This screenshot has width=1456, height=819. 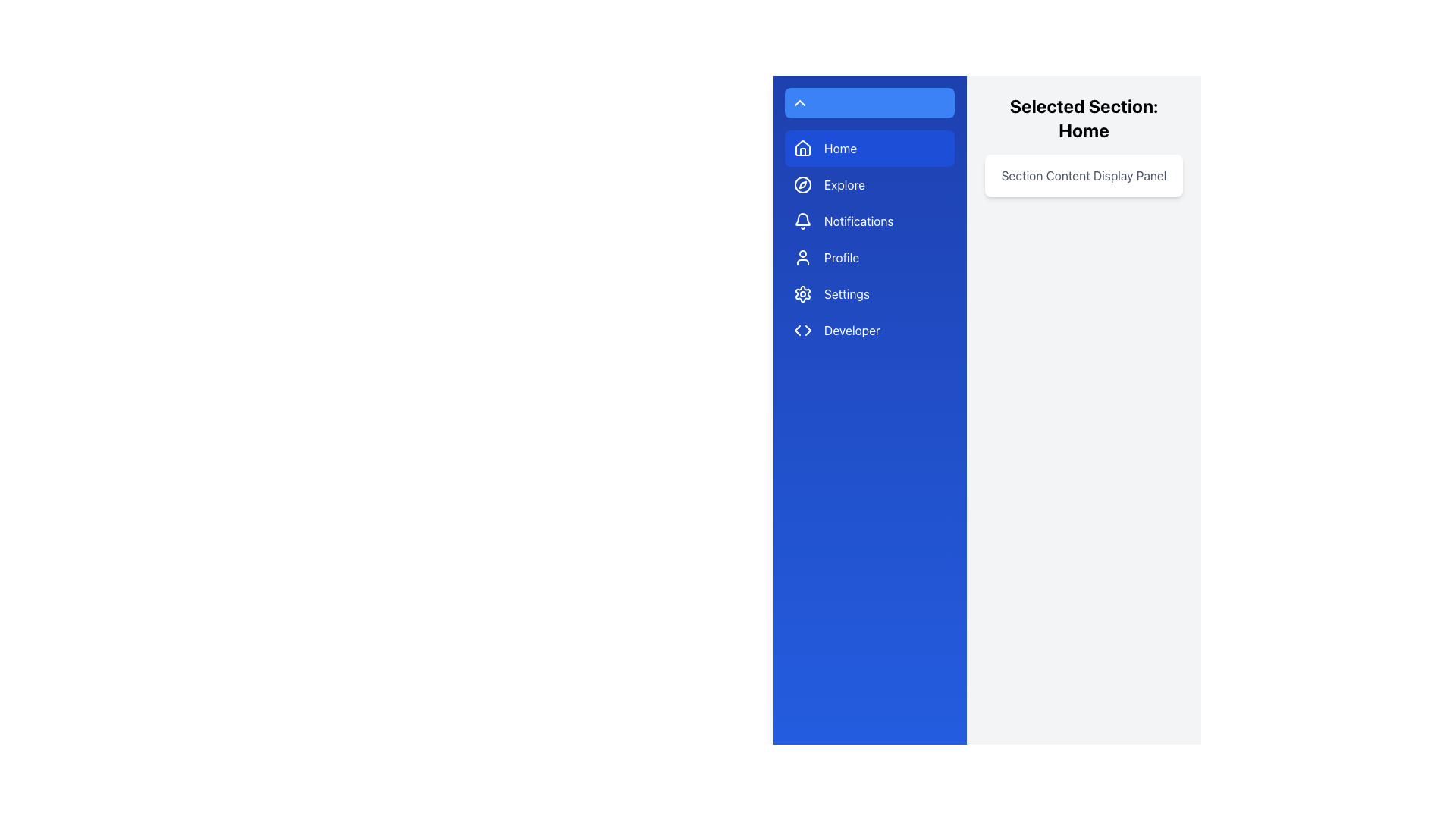 What do you see at coordinates (802, 256) in the screenshot?
I see `the 'Profile' icon located in the left-hand sidebar menu, which is the fourth item from the top` at bounding box center [802, 256].